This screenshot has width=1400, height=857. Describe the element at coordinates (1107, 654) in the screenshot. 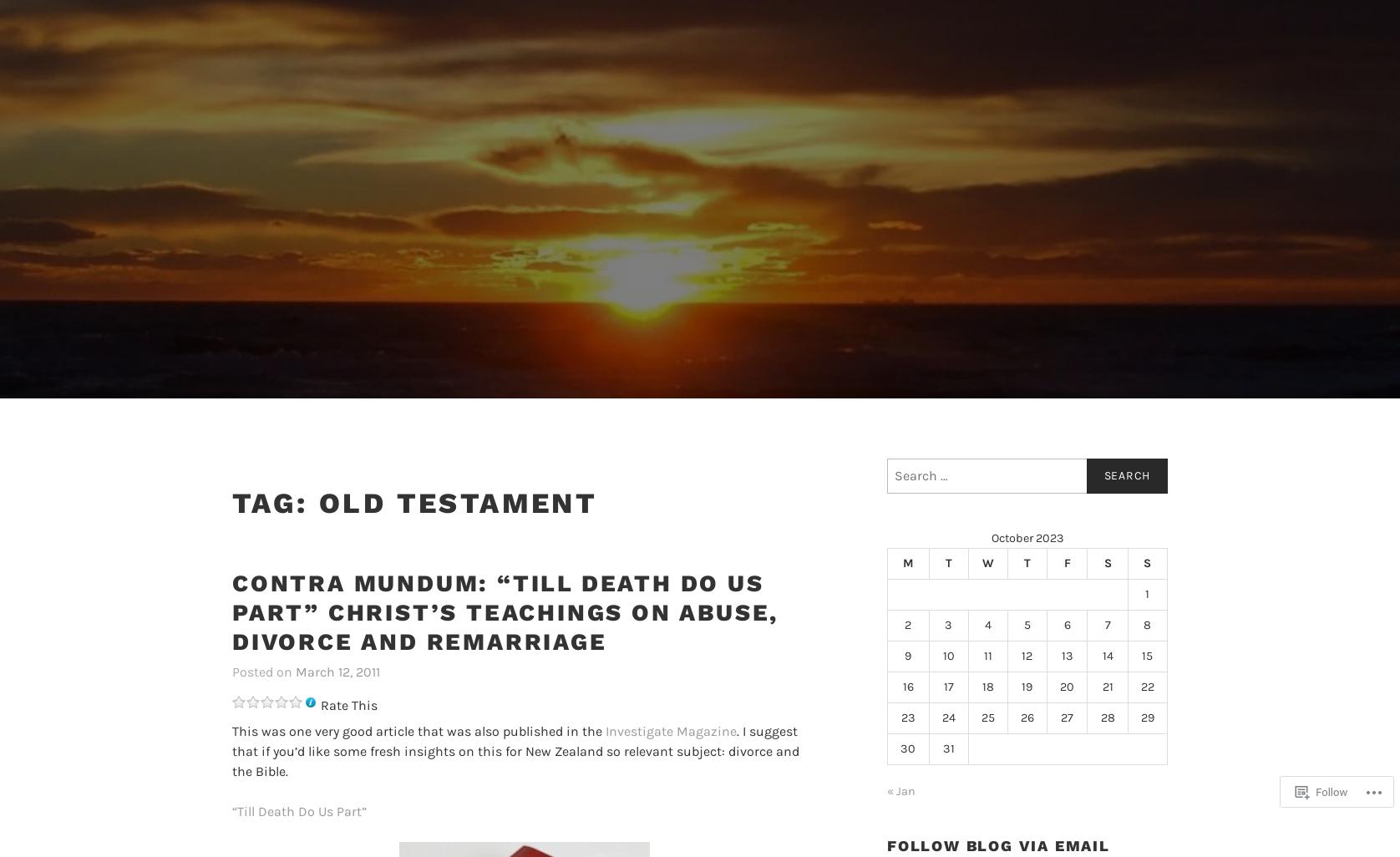

I see `'14'` at that location.